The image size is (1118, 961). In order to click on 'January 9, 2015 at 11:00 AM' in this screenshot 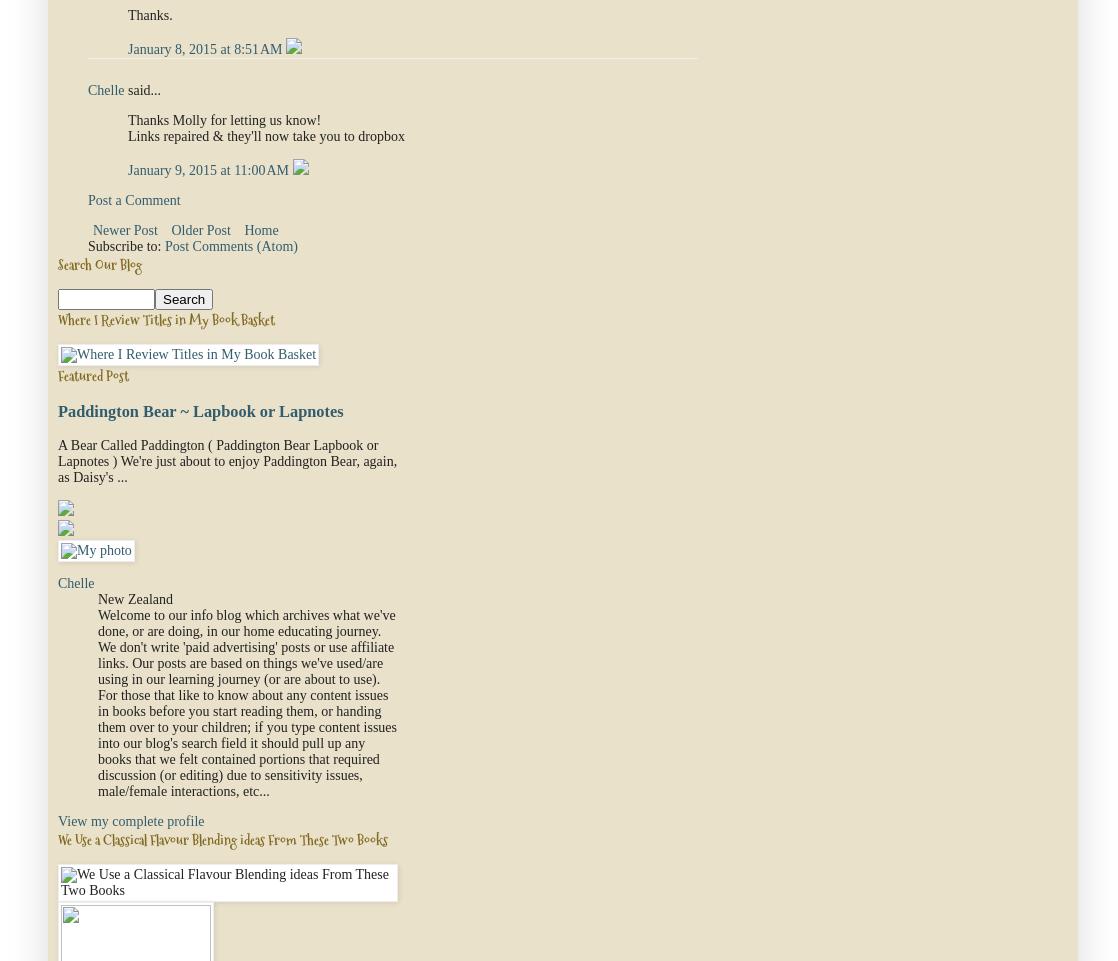, I will do `click(209, 169)`.